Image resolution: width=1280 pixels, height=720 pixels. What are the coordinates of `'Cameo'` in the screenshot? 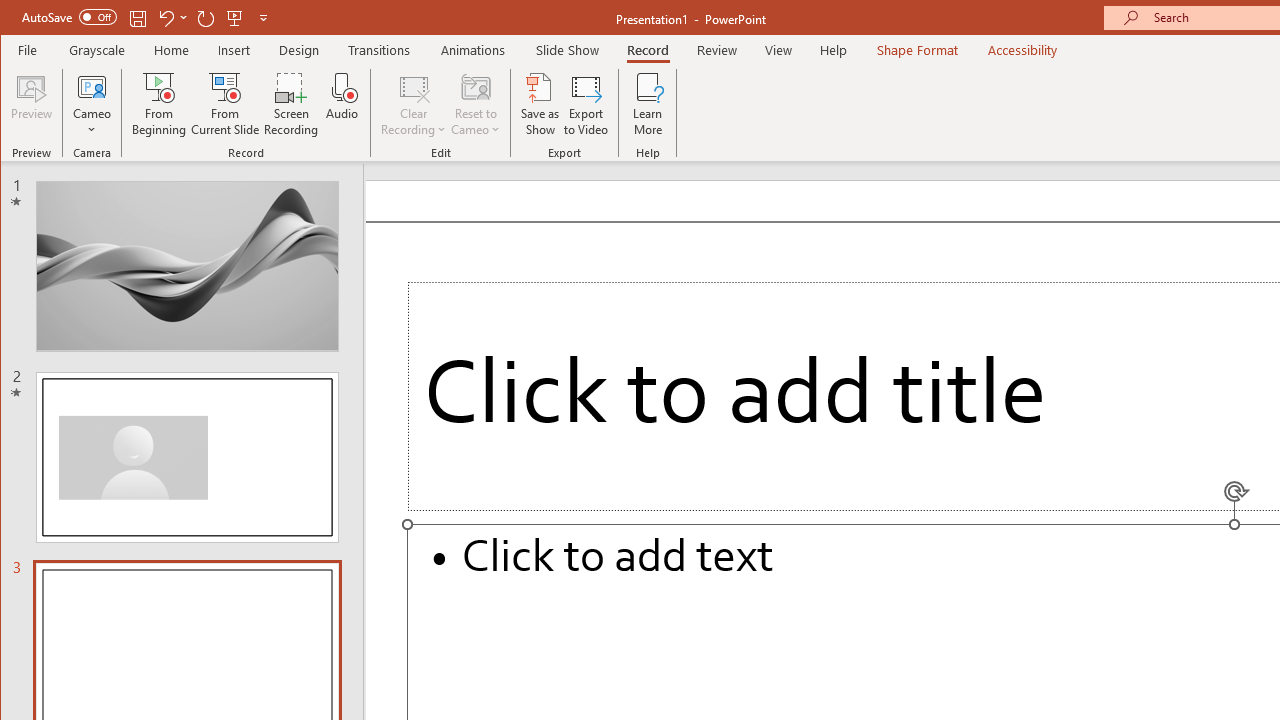 It's located at (91, 104).